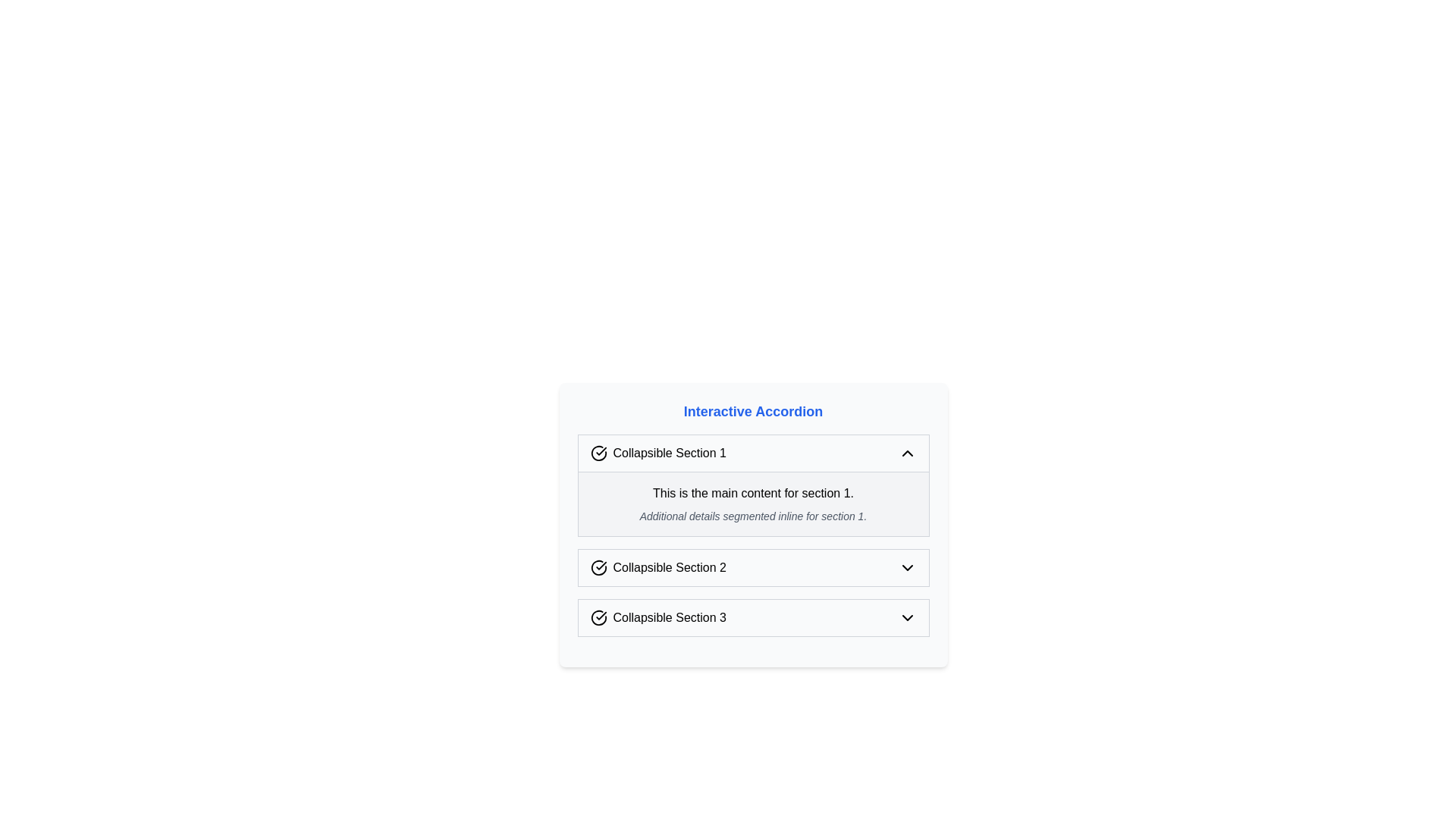  What do you see at coordinates (907, 567) in the screenshot?
I see `the downward-facing chevron icon, styled in black with no fill, located at the right end of the header of 'Collapsible Section 2'` at bounding box center [907, 567].